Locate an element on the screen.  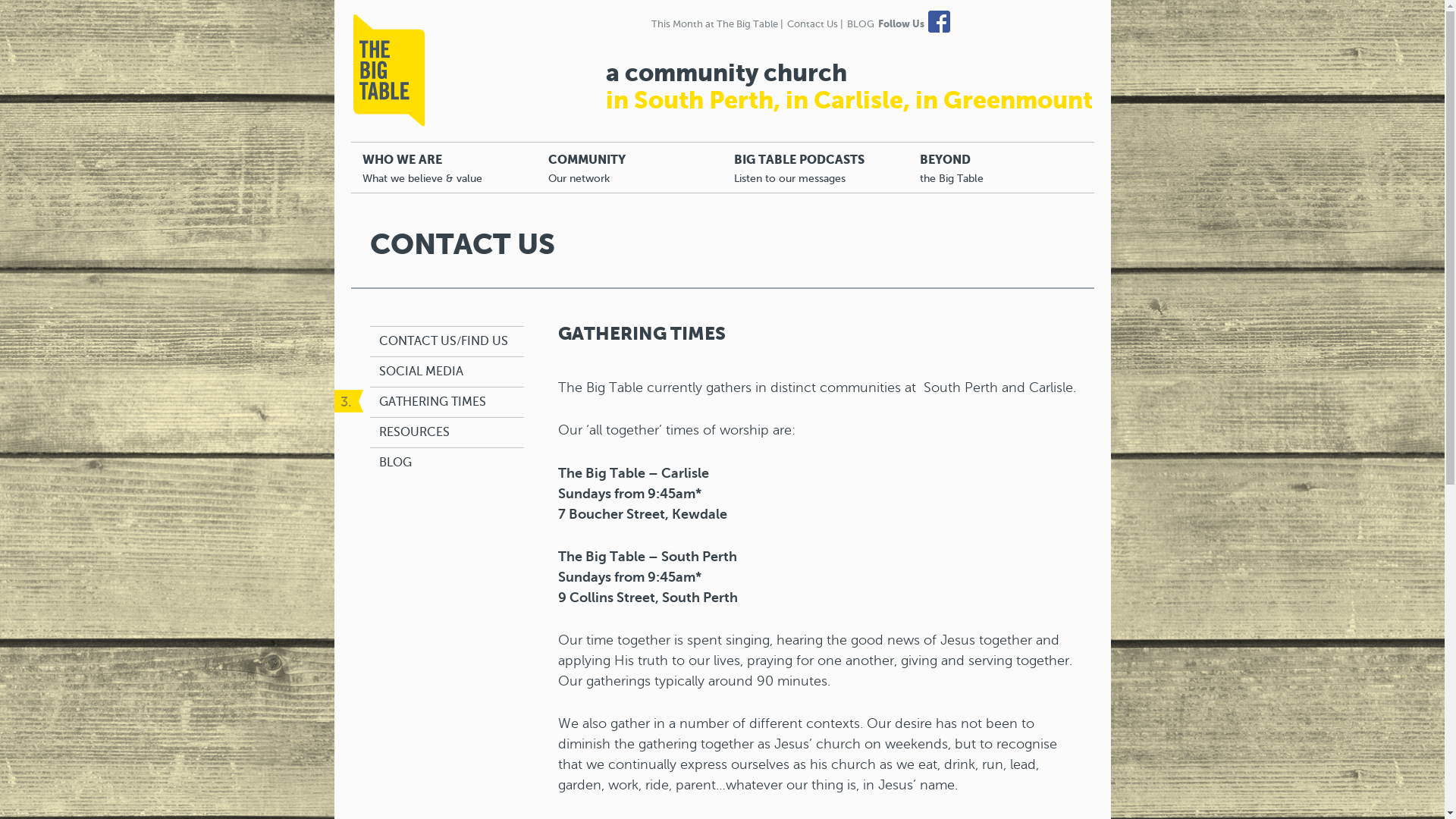
'BIG TABLE PODCASTS is located at coordinates (814, 167).